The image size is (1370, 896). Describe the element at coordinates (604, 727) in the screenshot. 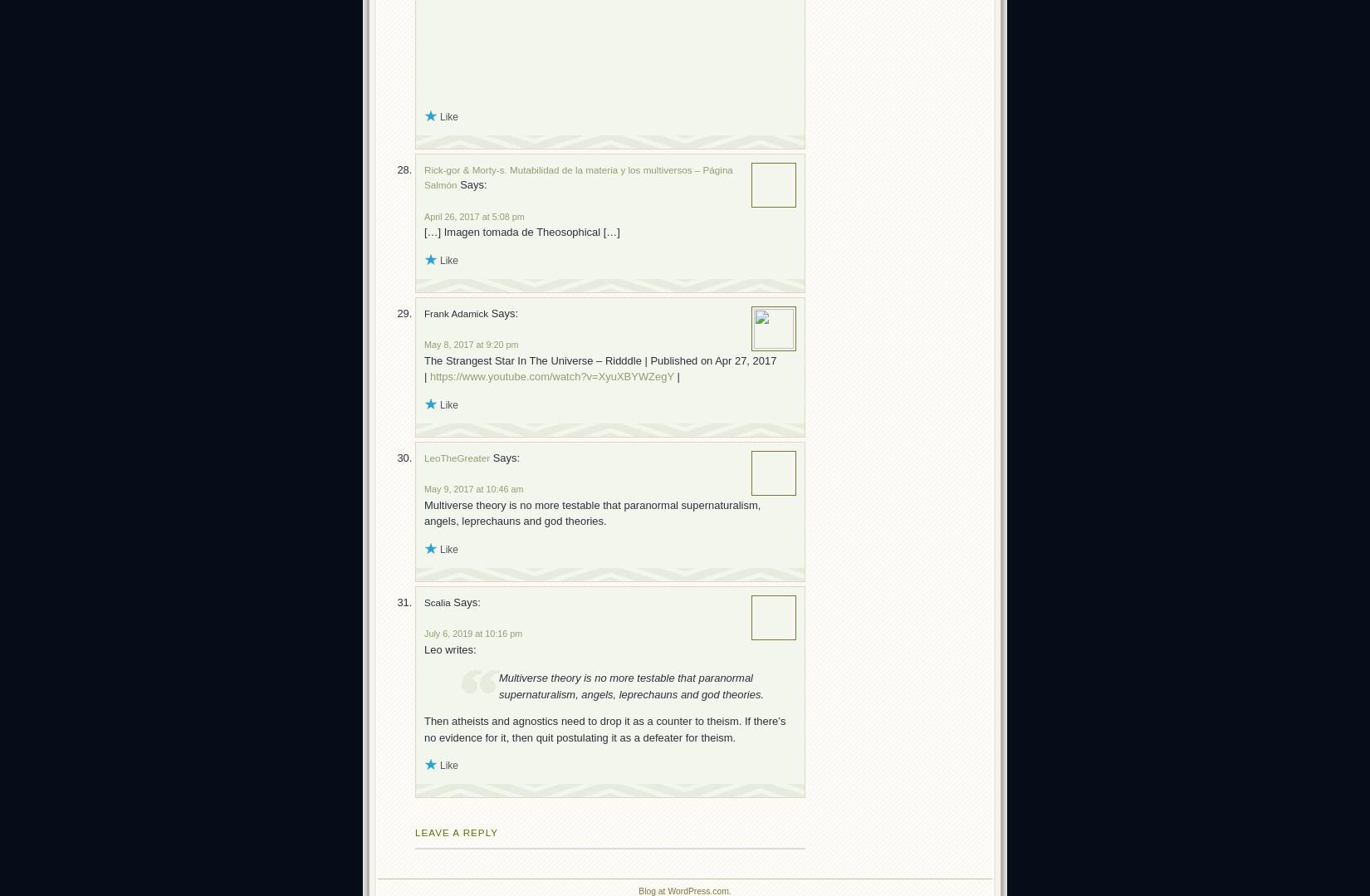

I see `'Then atheists and agnostics need to drop it as a counter to theism. If there’s no evidence for it, then quit postulating it as a defeater for theism.'` at that location.